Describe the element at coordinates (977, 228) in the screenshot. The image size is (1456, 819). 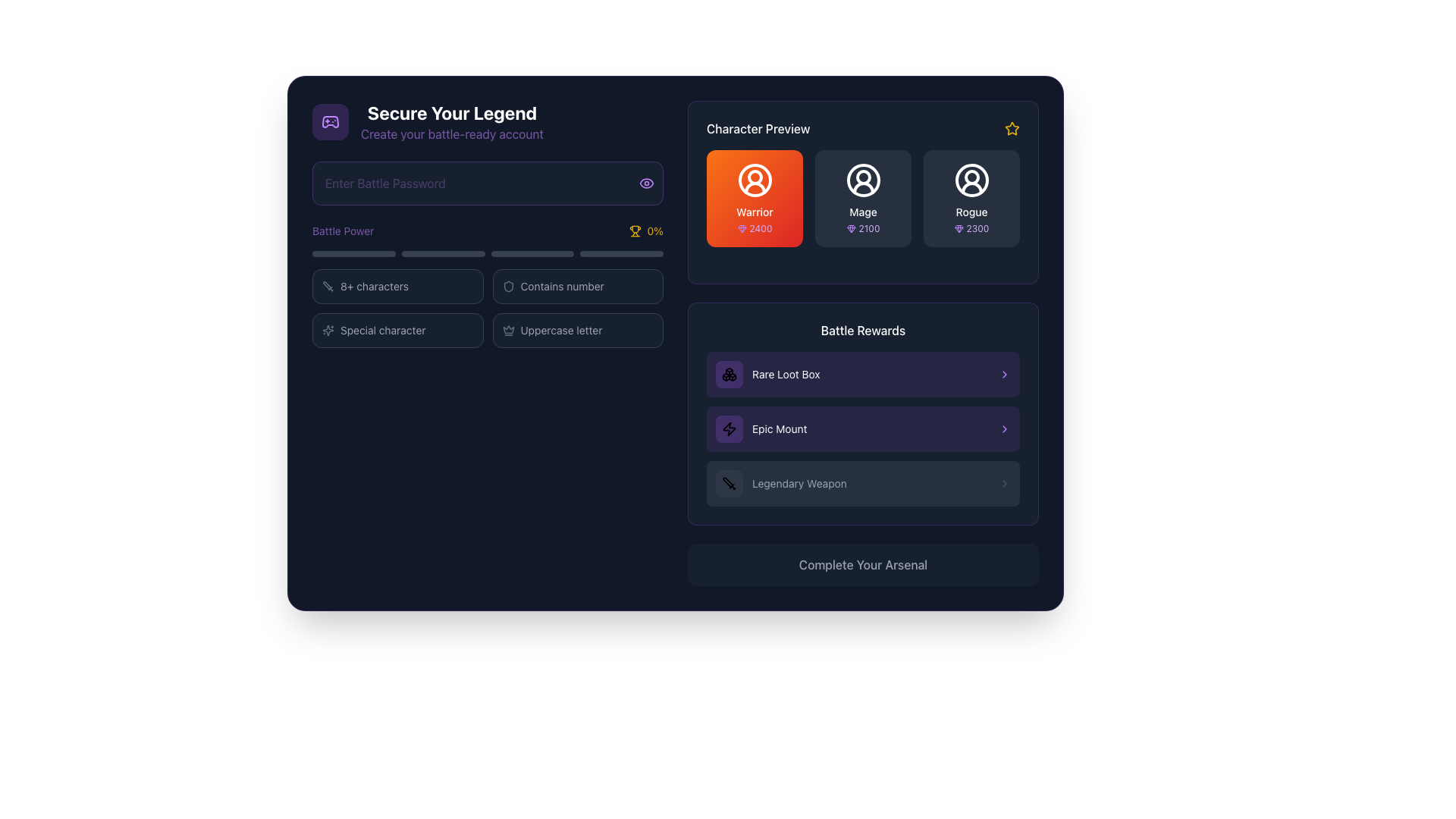
I see `the static text label displaying the score or attribute value for the 'Rogue' character located beneath the 'Rogue' character icon in the 'Character Preview' section` at that location.